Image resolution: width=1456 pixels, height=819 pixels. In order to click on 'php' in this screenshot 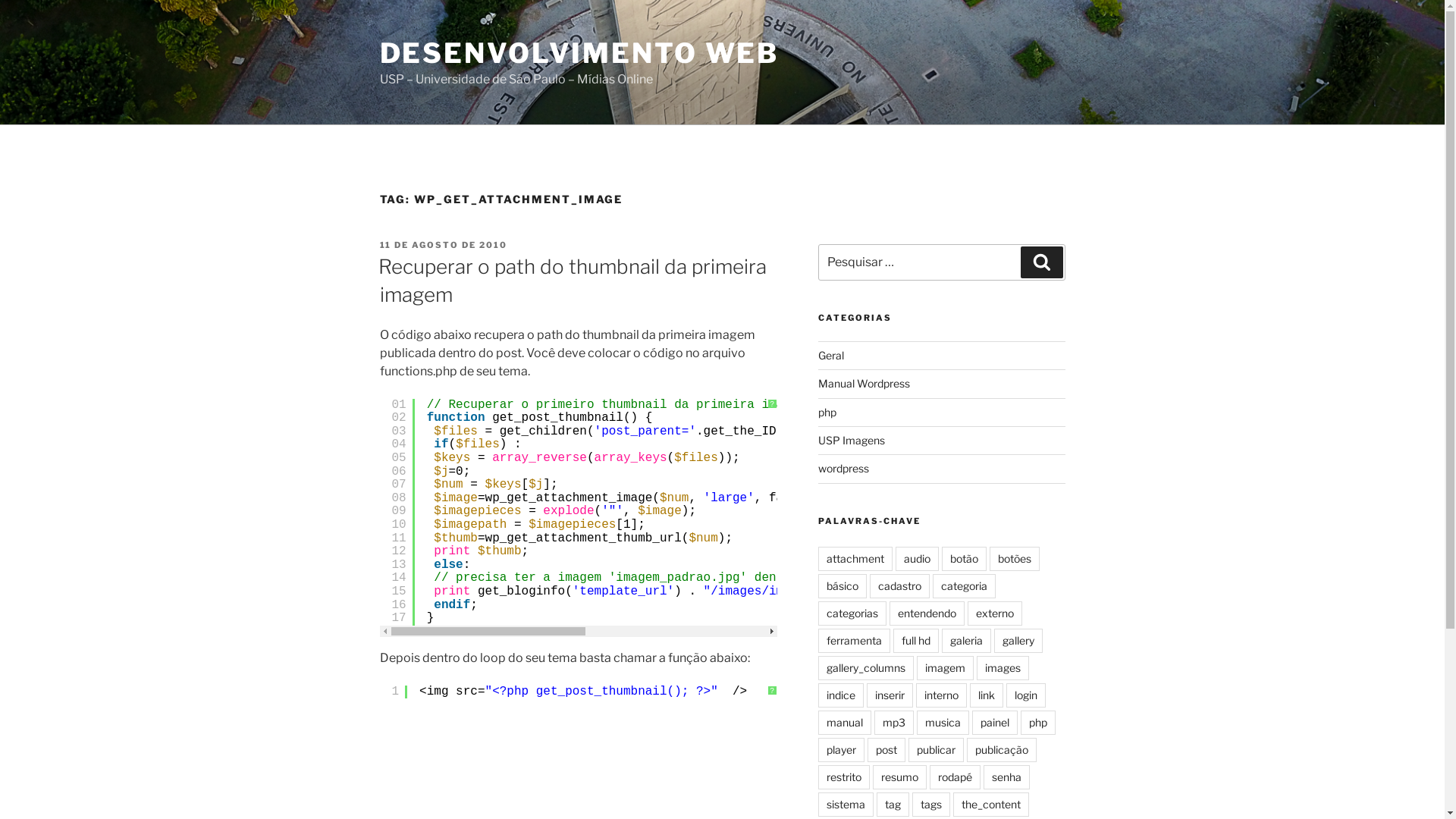, I will do `click(826, 412)`.